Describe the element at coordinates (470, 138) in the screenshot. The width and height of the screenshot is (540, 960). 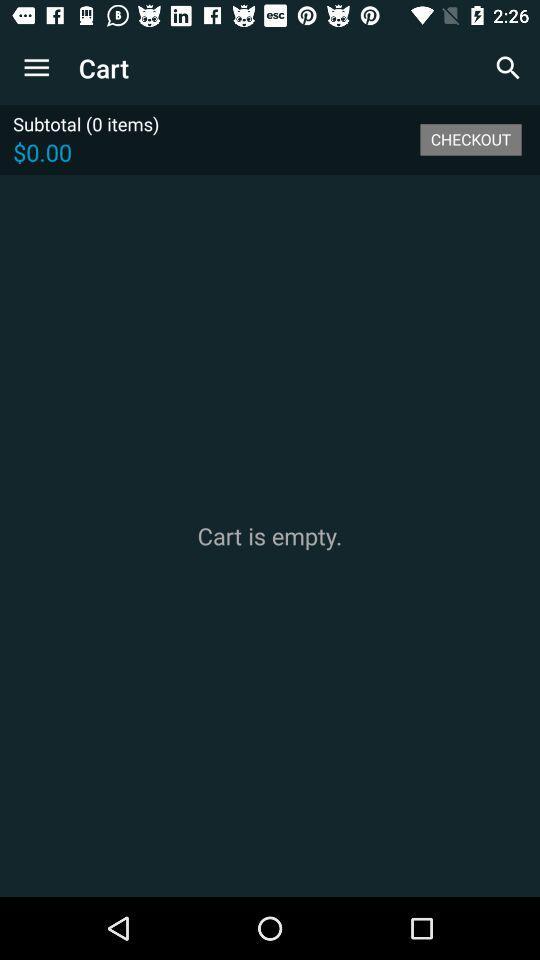
I see `the checkout` at that location.